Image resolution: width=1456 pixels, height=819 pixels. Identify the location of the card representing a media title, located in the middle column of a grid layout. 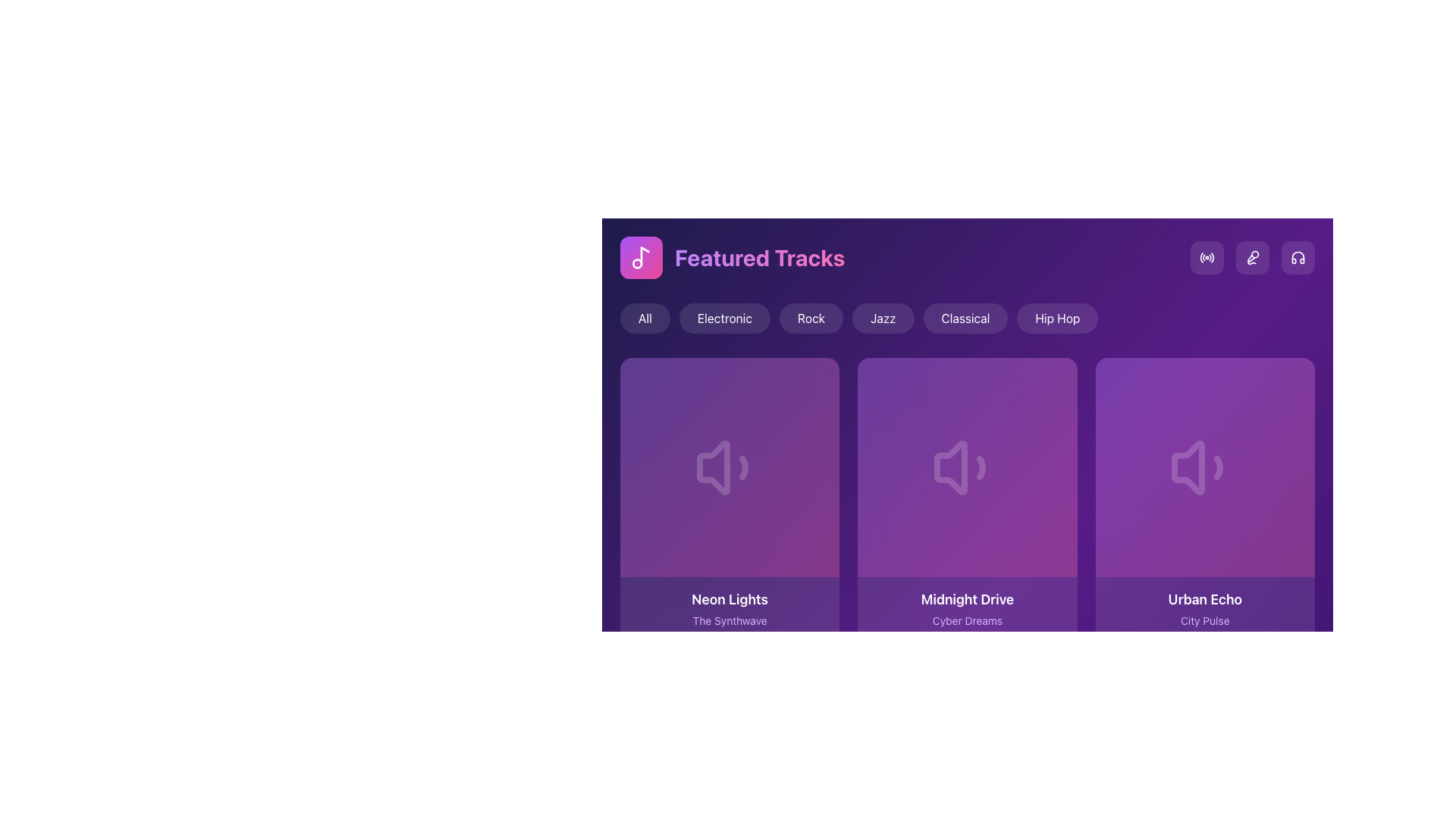
(967, 512).